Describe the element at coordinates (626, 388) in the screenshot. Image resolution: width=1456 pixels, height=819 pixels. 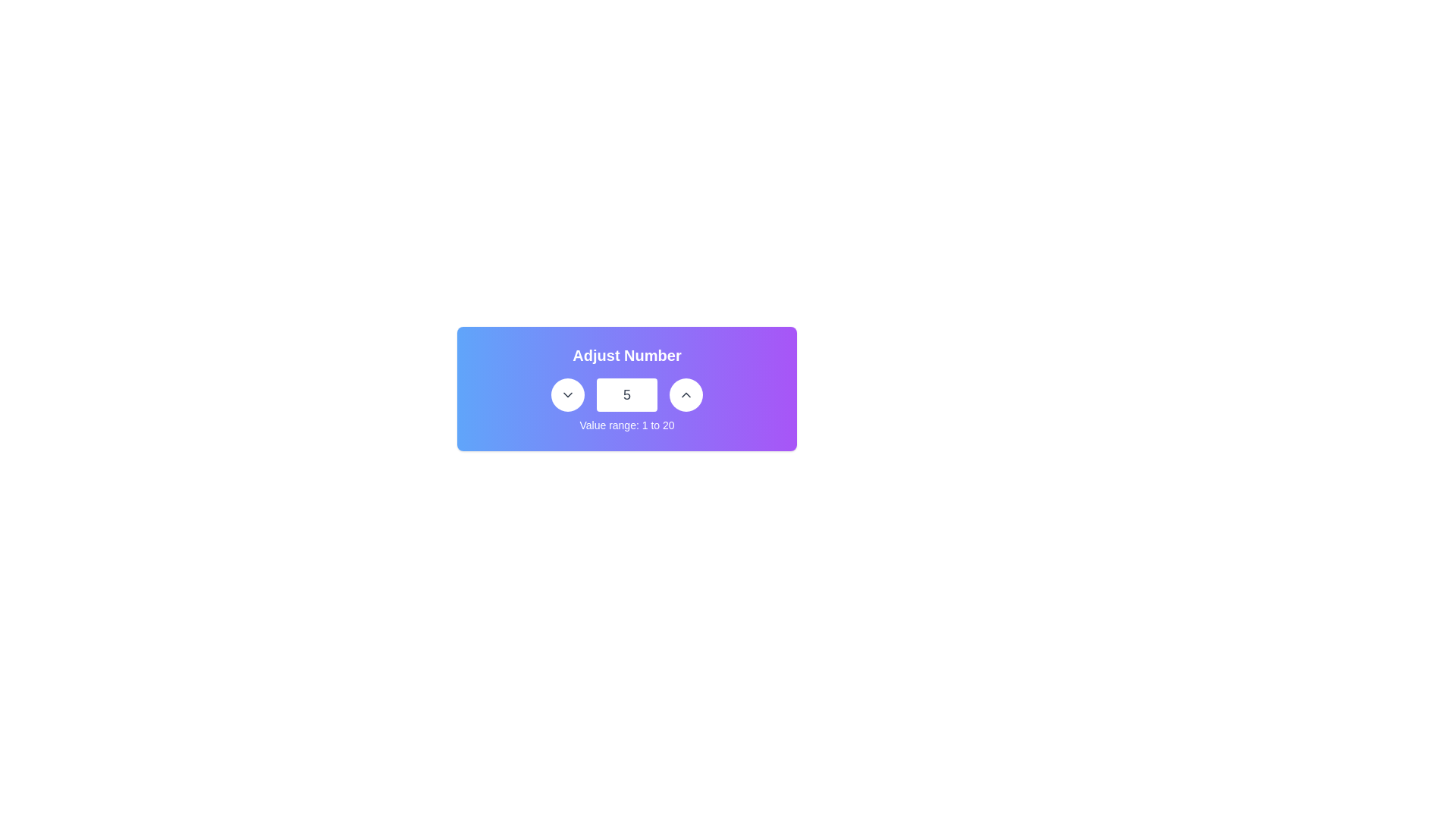
I see `the numeric input box of the Composite UI component for numeric value adjustment labeled 'Adjust Number'` at that location.